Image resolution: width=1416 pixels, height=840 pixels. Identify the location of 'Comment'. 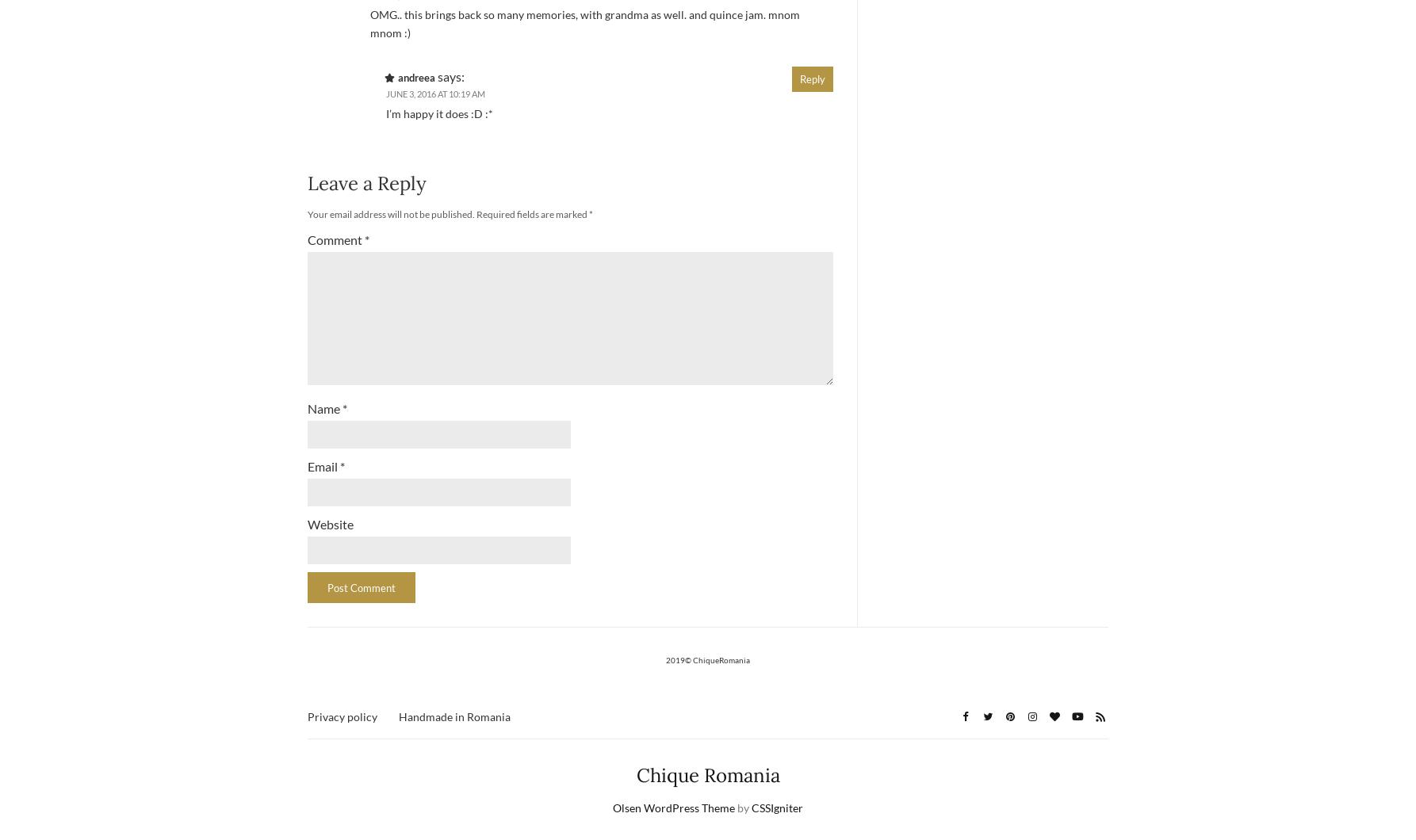
(335, 239).